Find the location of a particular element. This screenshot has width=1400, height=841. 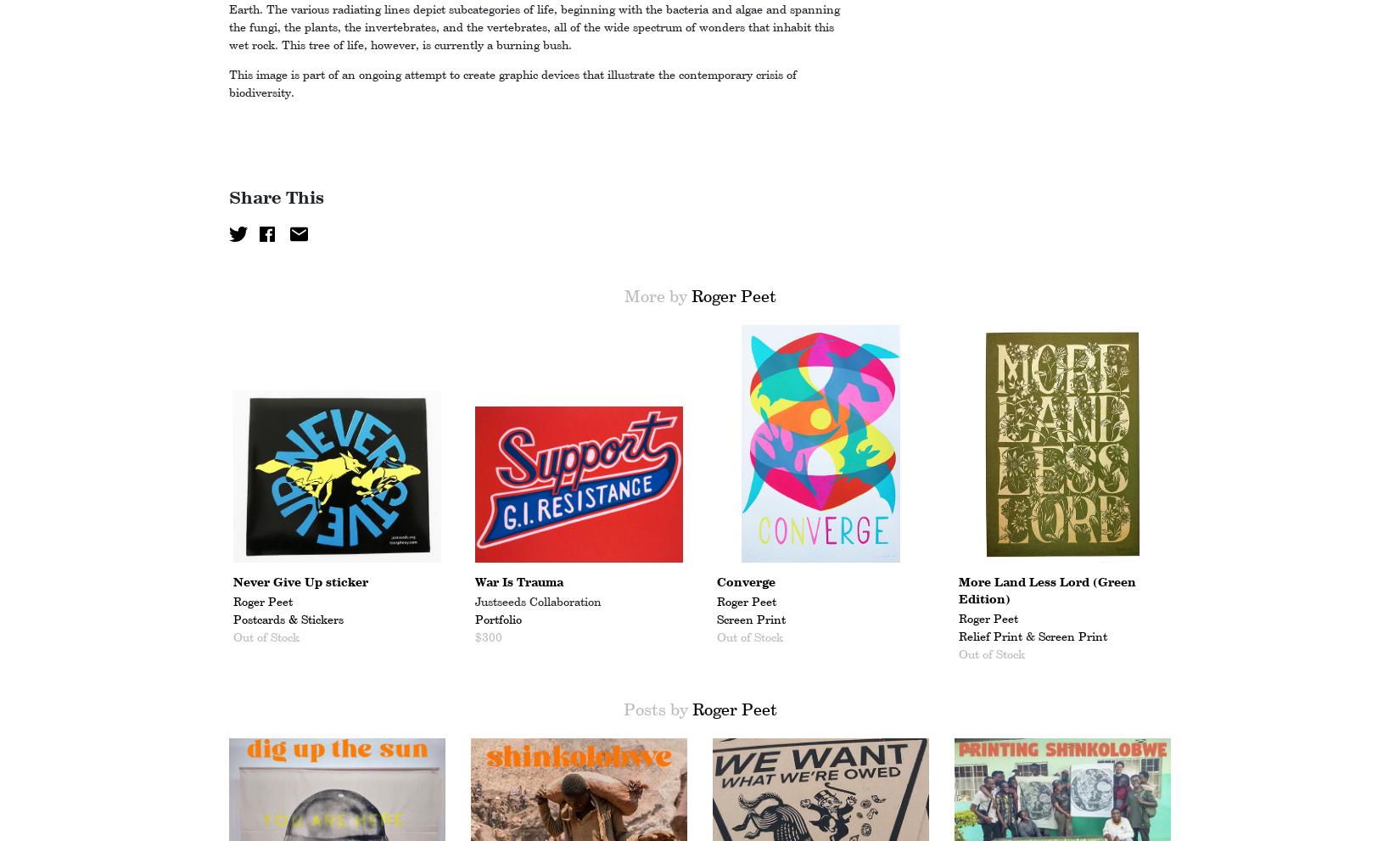

'&' is located at coordinates (1030, 636).